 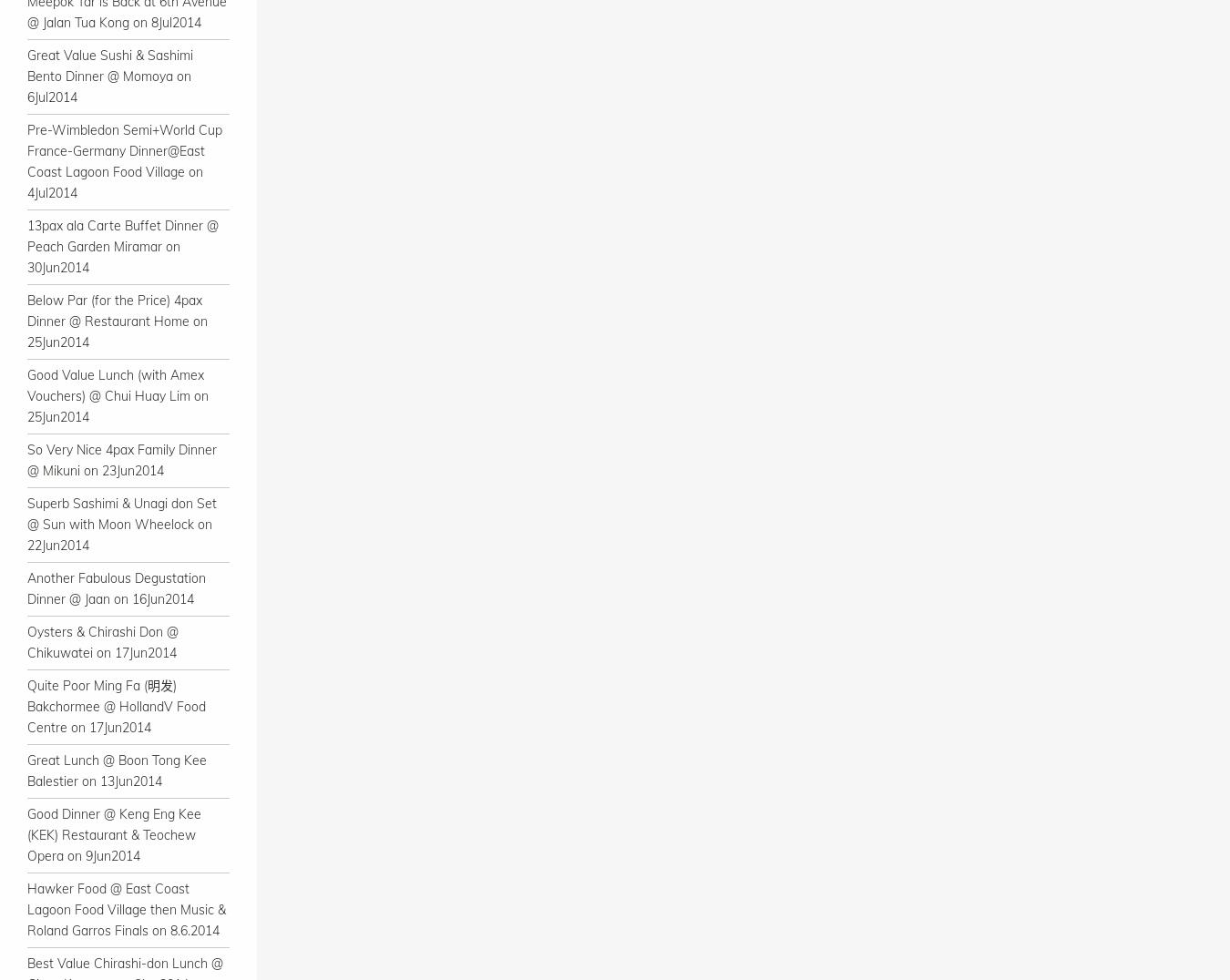 What do you see at coordinates (109, 77) in the screenshot?
I see `'Great Value Sushi & Sashimi Bento Dinner @ Momoya on 6Jul2014'` at bounding box center [109, 77].